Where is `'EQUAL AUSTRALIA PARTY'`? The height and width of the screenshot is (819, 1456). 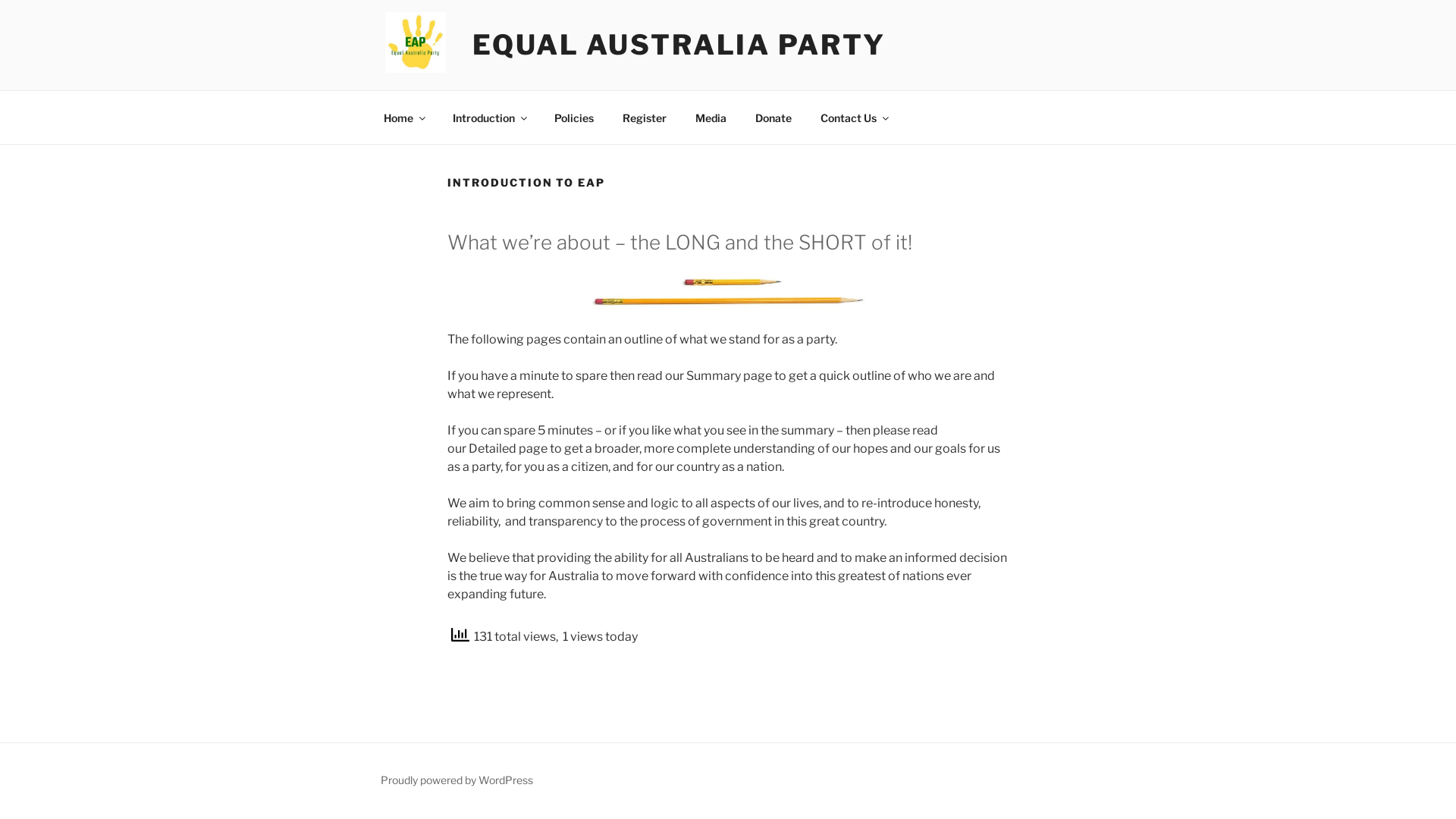
'EQUAL AUSTRALIA PARTY' is located at coordinates (677, 43).